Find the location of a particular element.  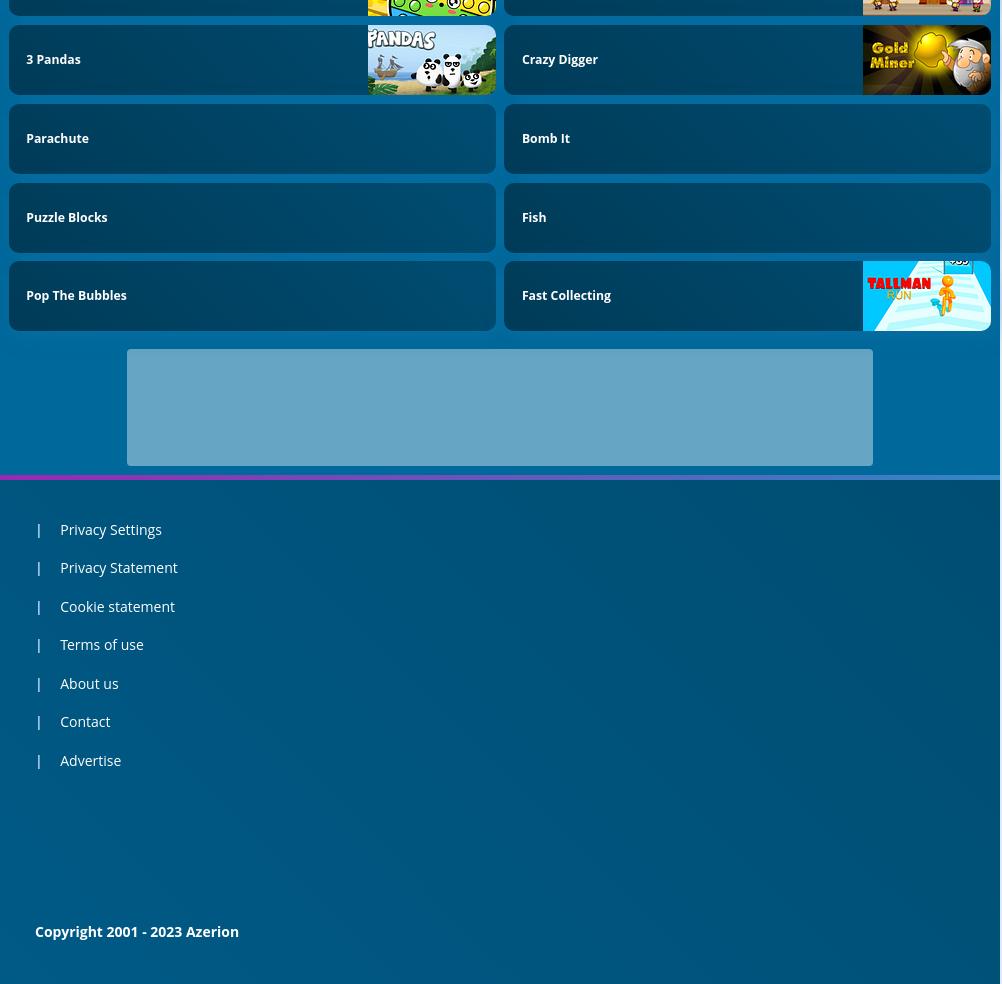

'Contact' is located at coordinates (84, 721).